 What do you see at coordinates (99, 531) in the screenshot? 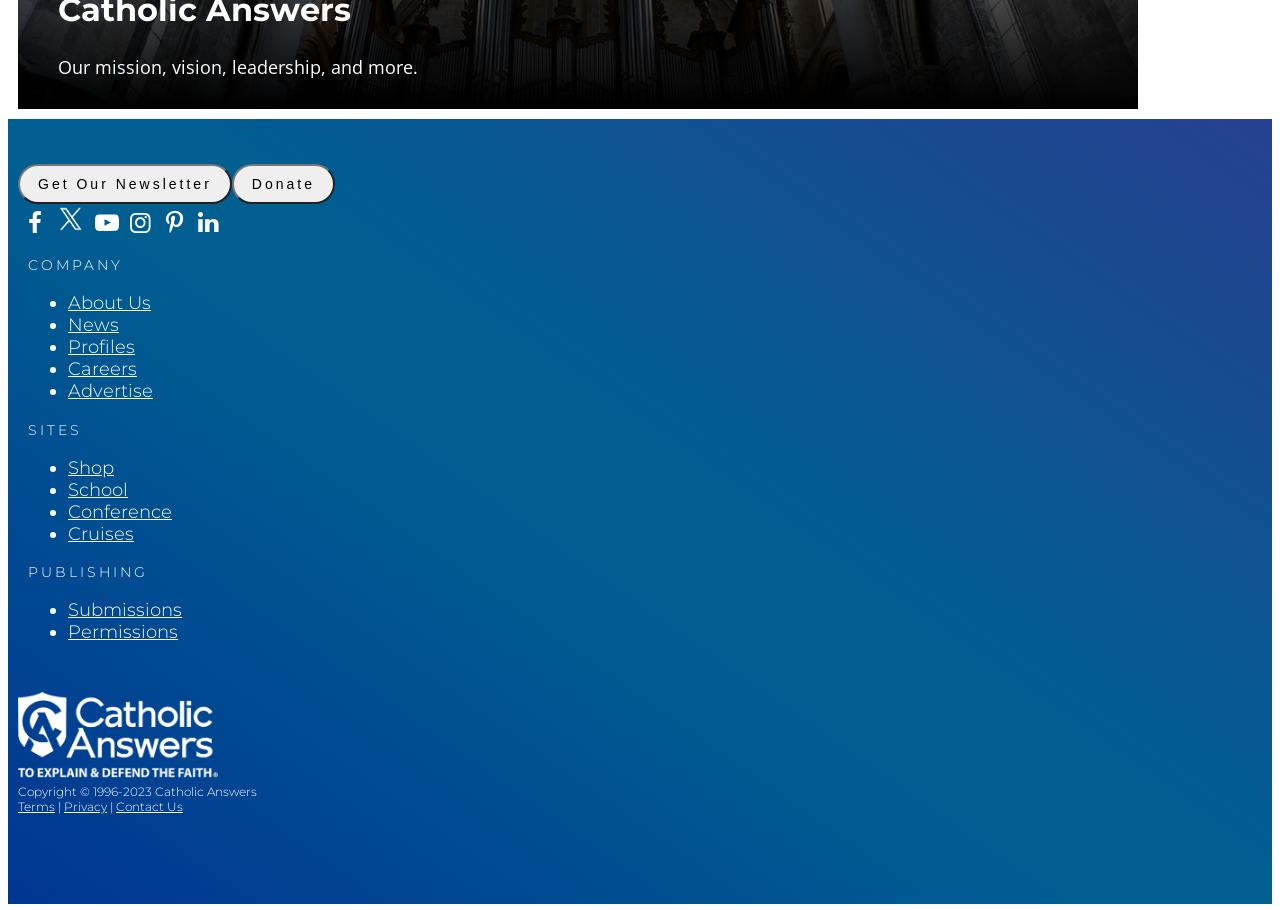
I see `'Cruises'` at bounding box center [99, 531].